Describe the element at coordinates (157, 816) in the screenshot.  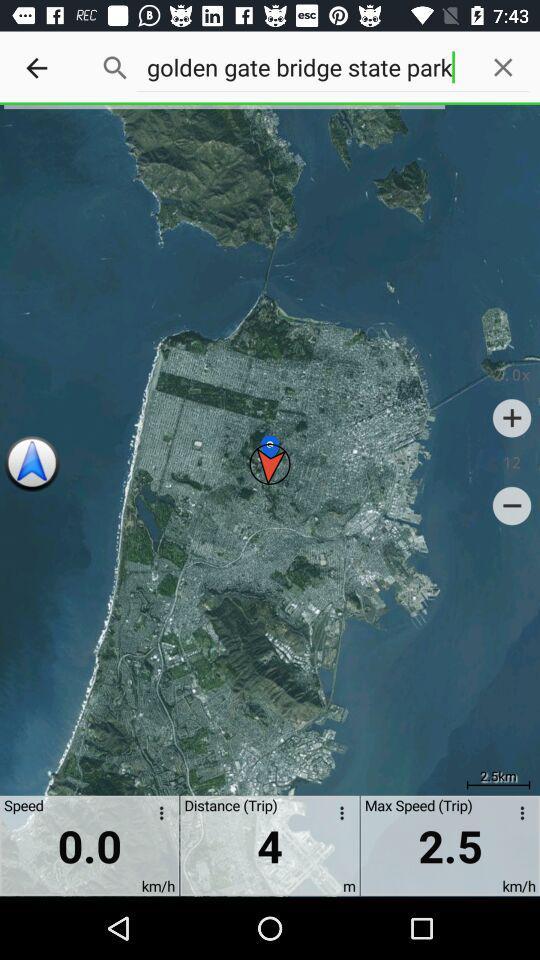
I see `the more icon` at that location.